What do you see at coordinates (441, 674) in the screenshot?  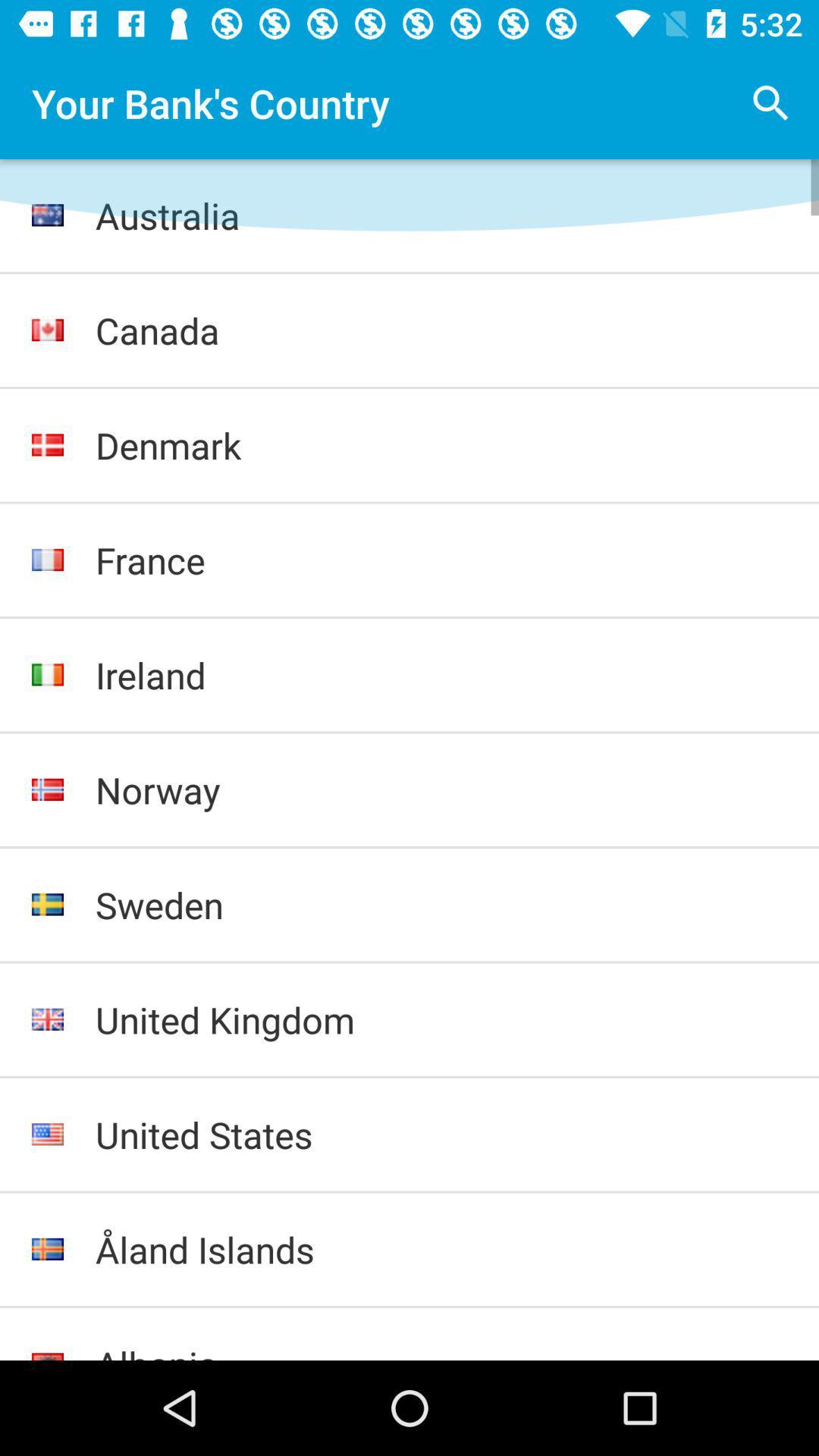 I see `the ireland icon` at bounding box center [441, 674].